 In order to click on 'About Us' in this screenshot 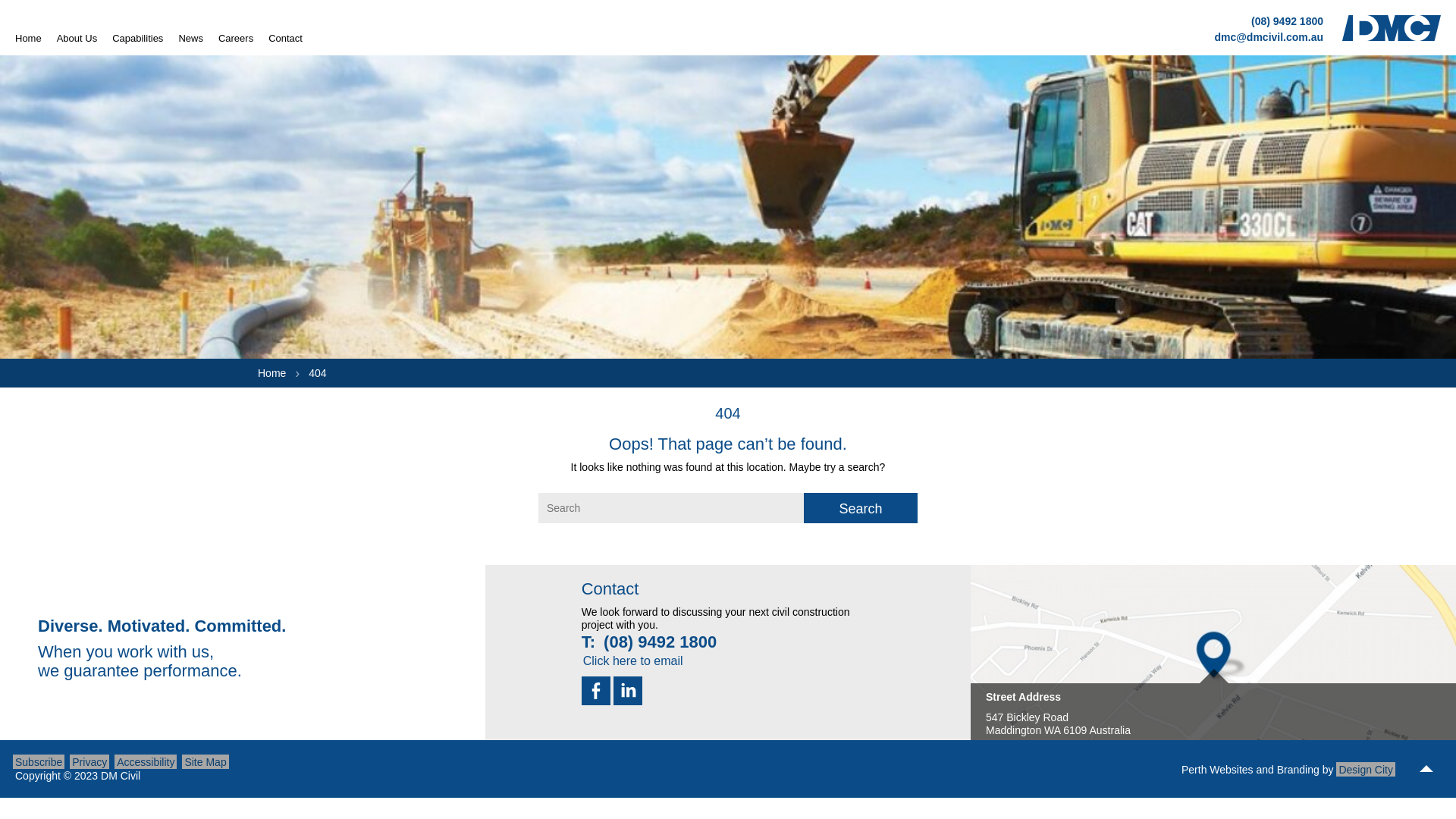, I will do `click(76, 37)`.